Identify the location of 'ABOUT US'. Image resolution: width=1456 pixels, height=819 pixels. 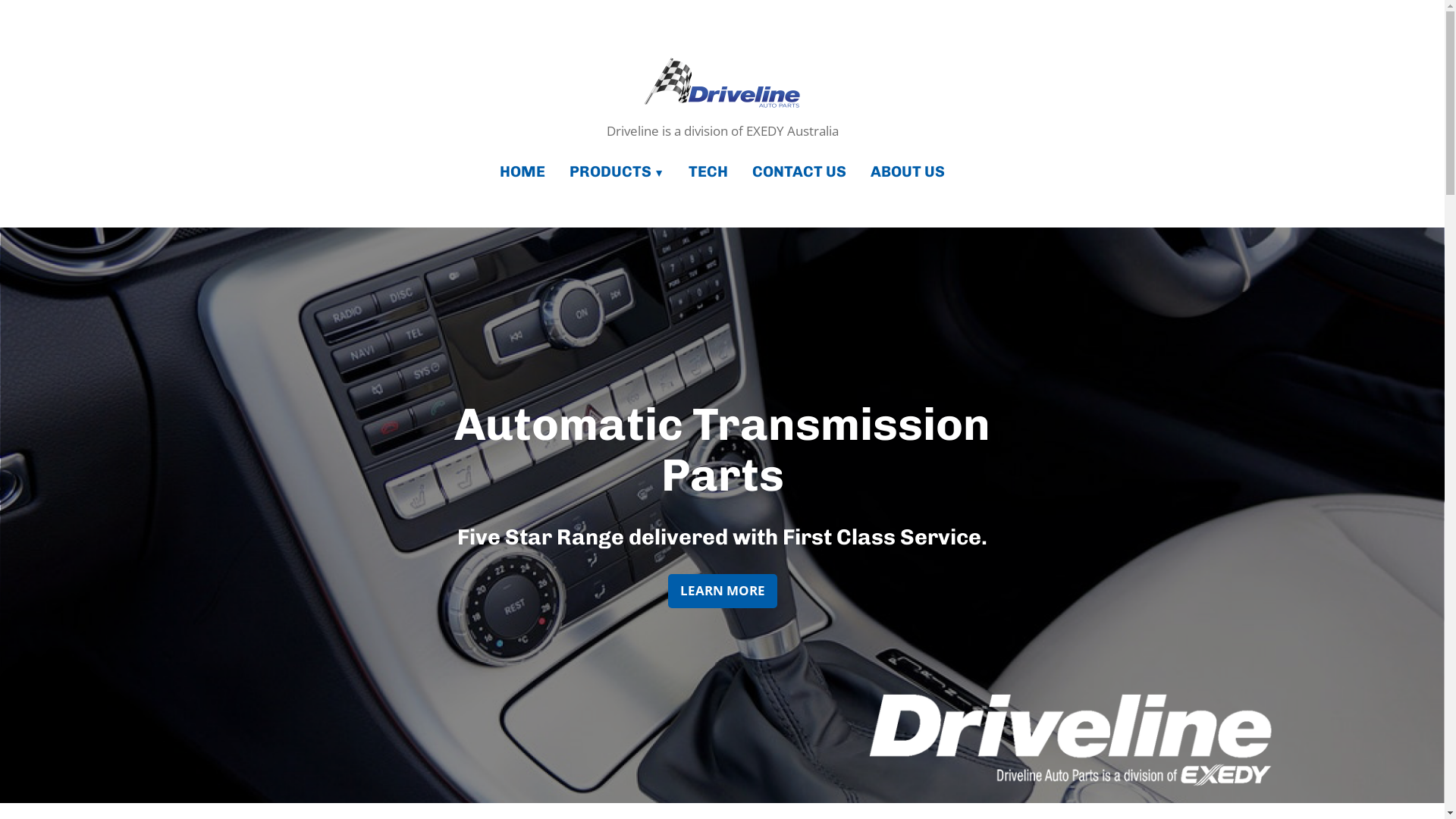
(858, 171).